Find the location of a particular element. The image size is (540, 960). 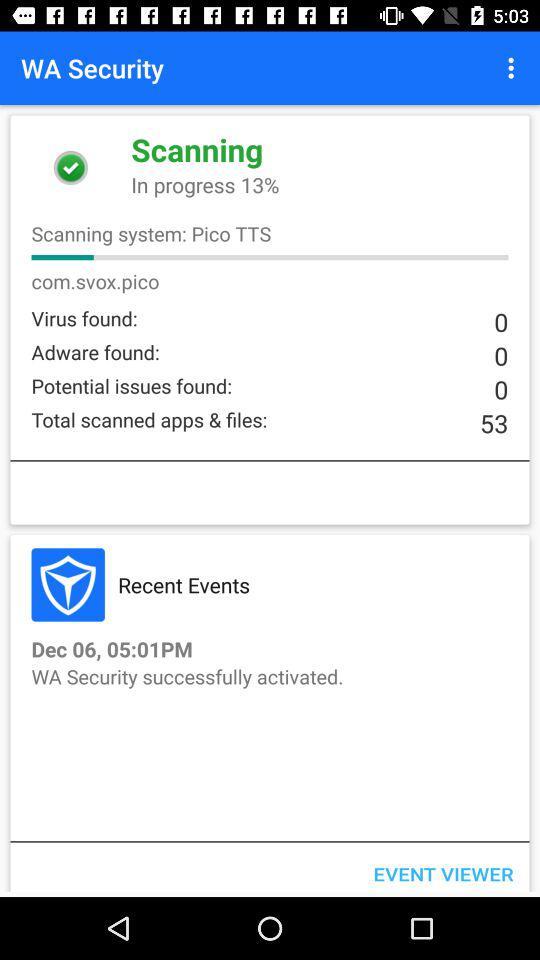

the icon at the bottom right corner is located at coordinates (443, 868).